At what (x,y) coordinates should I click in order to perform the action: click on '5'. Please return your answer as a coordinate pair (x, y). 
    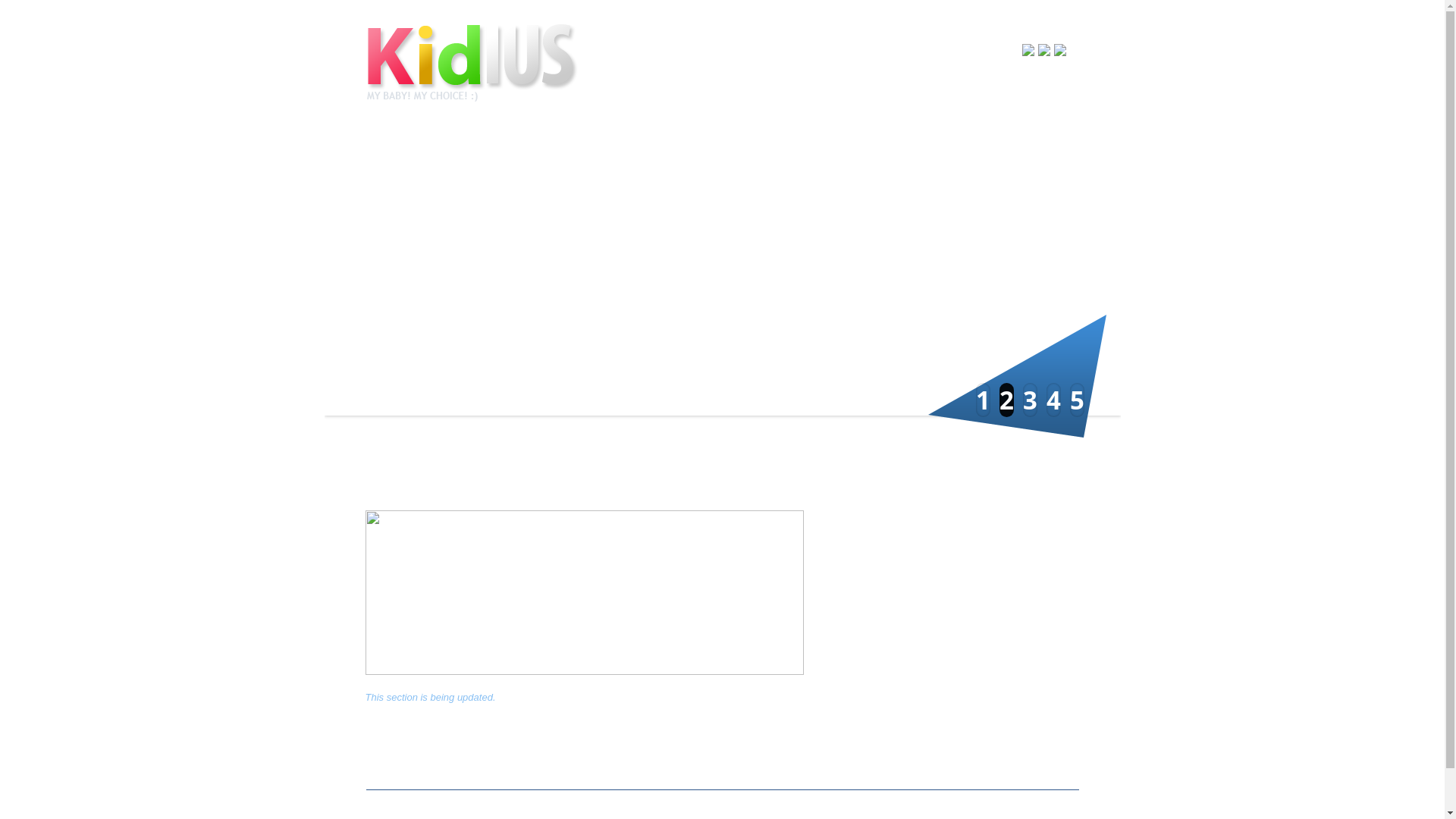
    Looking at the image, I should click on (1075, 399).